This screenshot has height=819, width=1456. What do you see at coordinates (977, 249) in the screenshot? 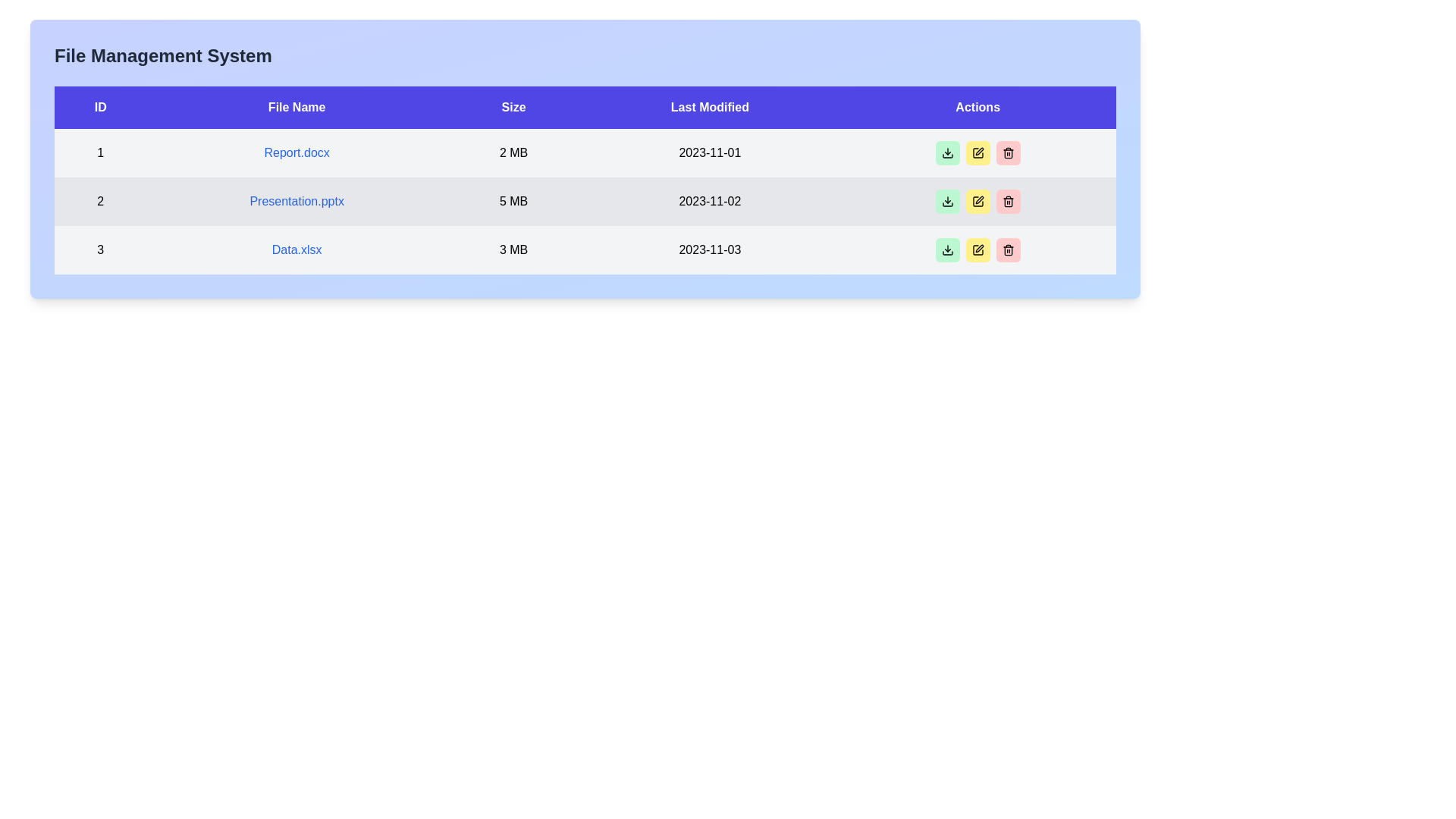
I see `the edit button located in the 'Actions' column of the last row of the 'File Management System' table` at bounding box center [977, 249].